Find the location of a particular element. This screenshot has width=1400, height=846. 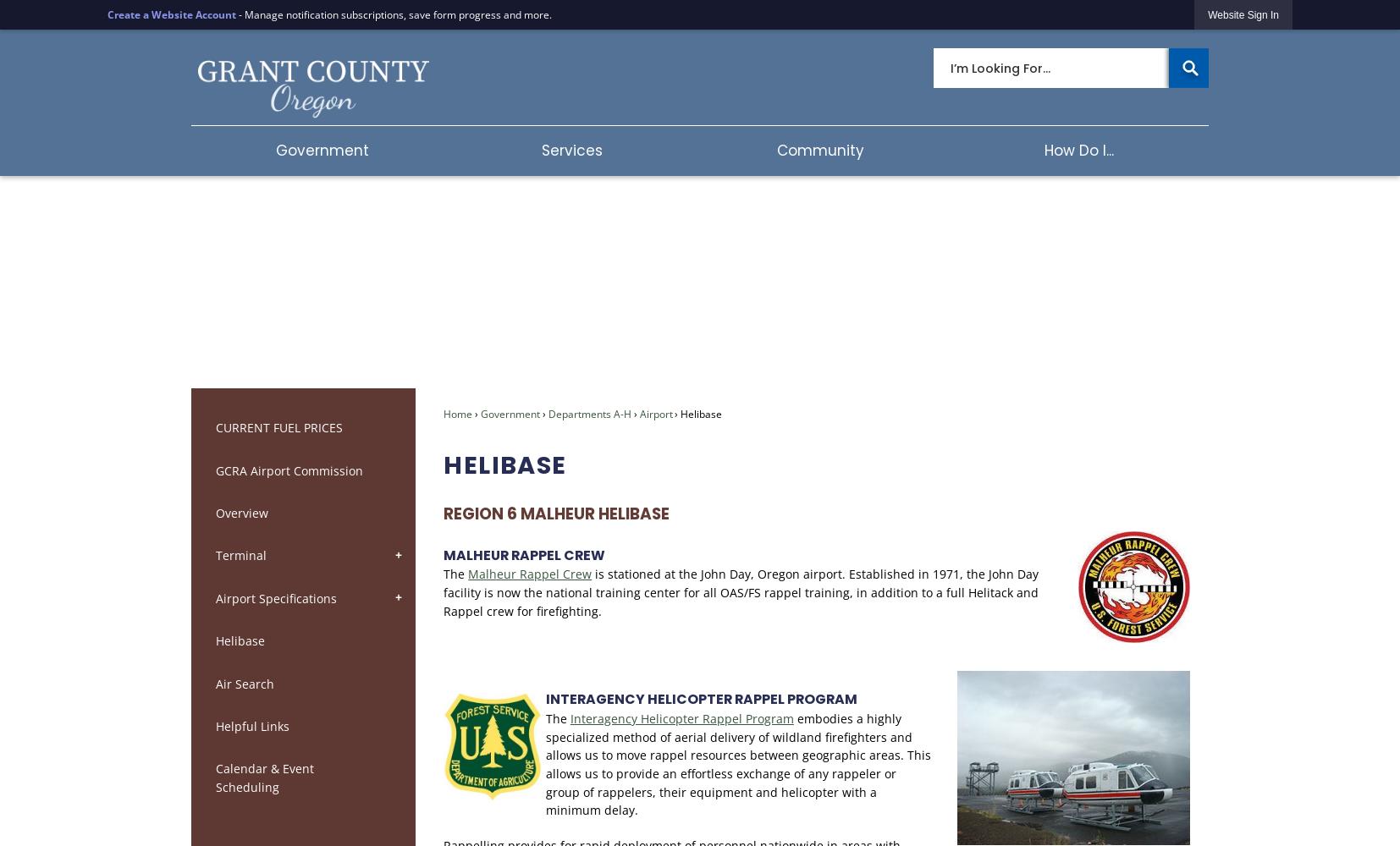

'Home' is located at coordinates (458, 412).